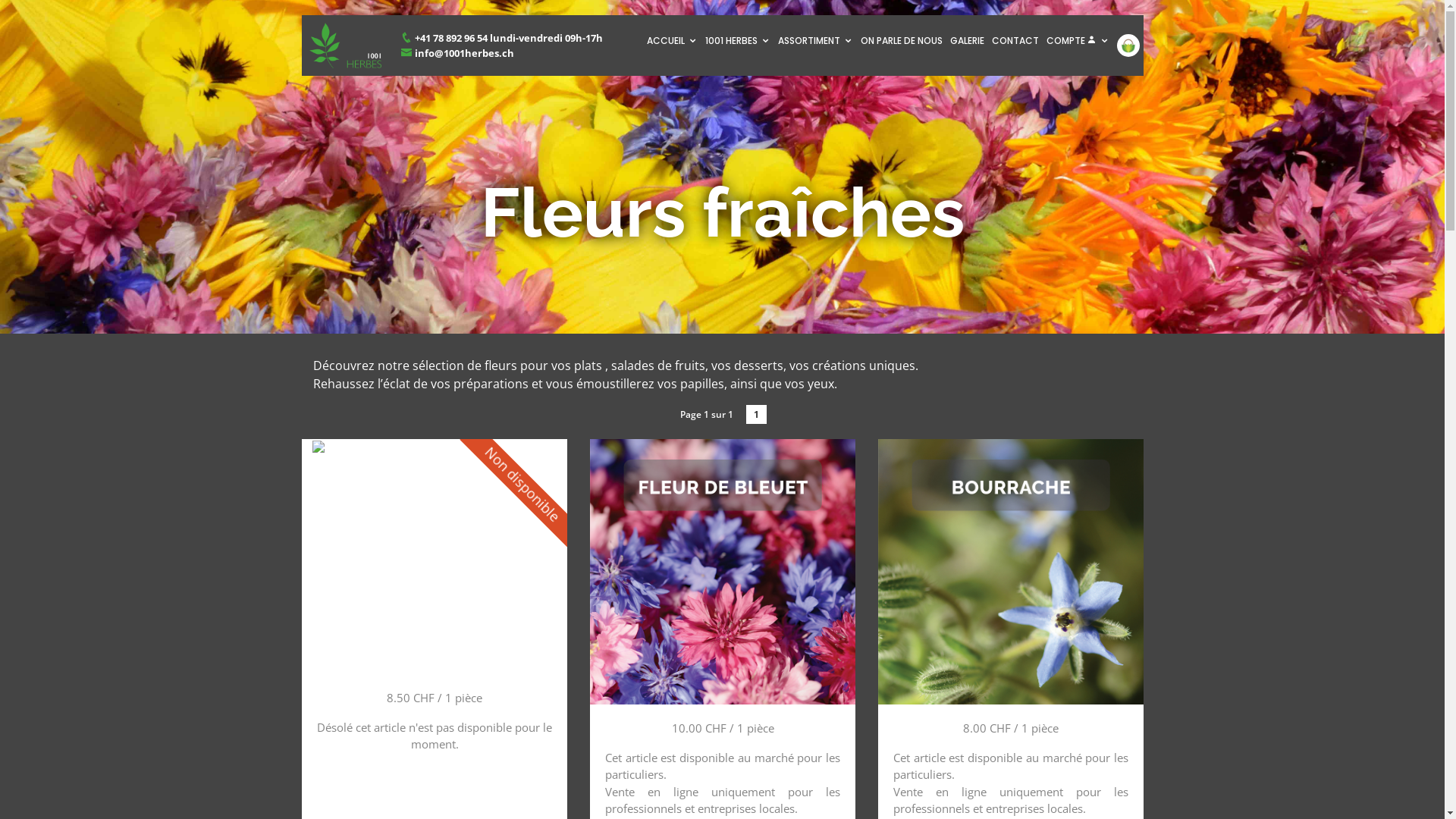 This screenshot has width=1456, height=819. Describe the element at coordinates (1015, 40) in the screenshot. I see `'CONTACT'` at that location.